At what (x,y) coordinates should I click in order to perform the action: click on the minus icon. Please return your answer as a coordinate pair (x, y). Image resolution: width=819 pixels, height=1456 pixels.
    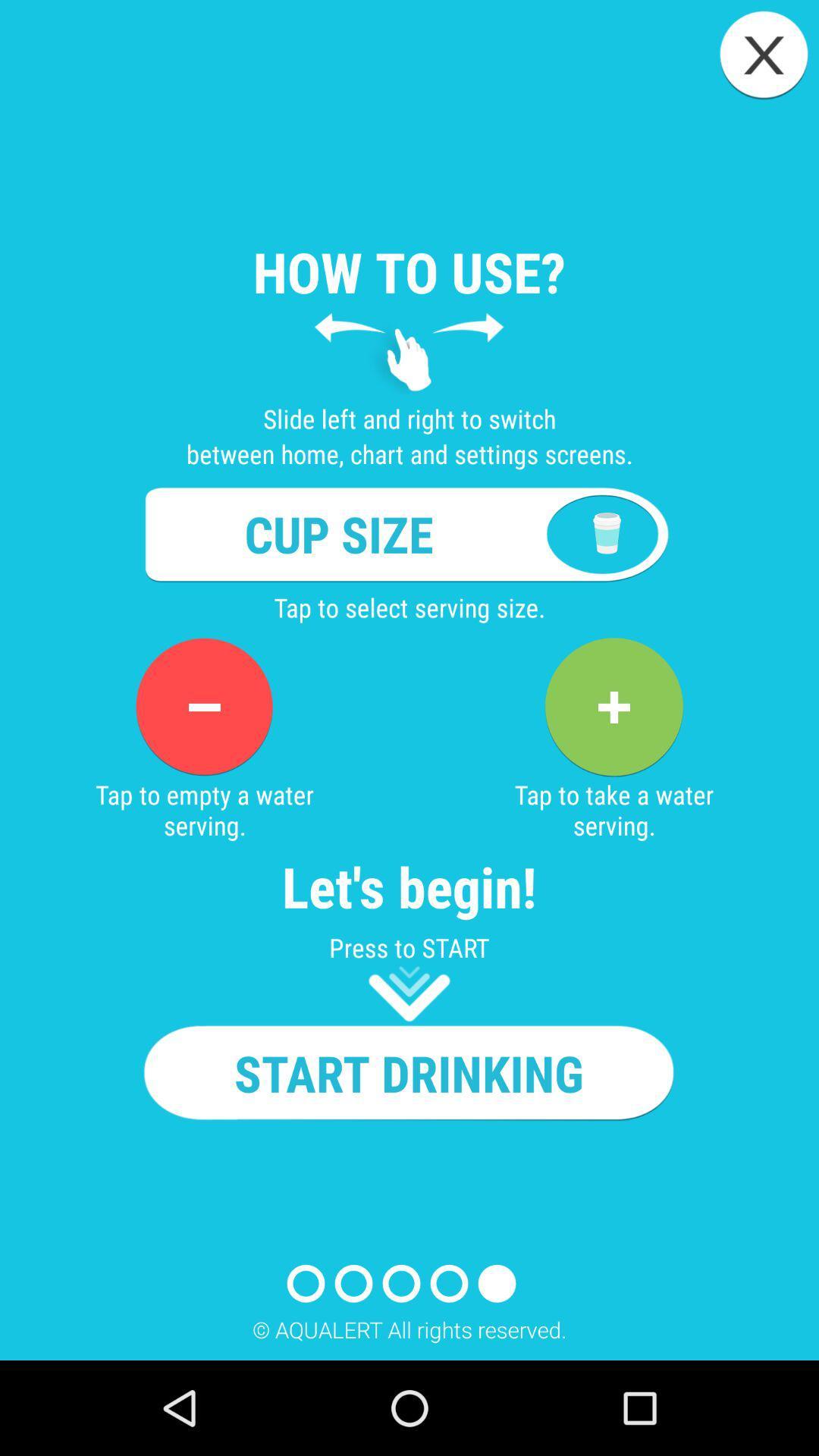
    Looking at the image, I should click on (203, 706).